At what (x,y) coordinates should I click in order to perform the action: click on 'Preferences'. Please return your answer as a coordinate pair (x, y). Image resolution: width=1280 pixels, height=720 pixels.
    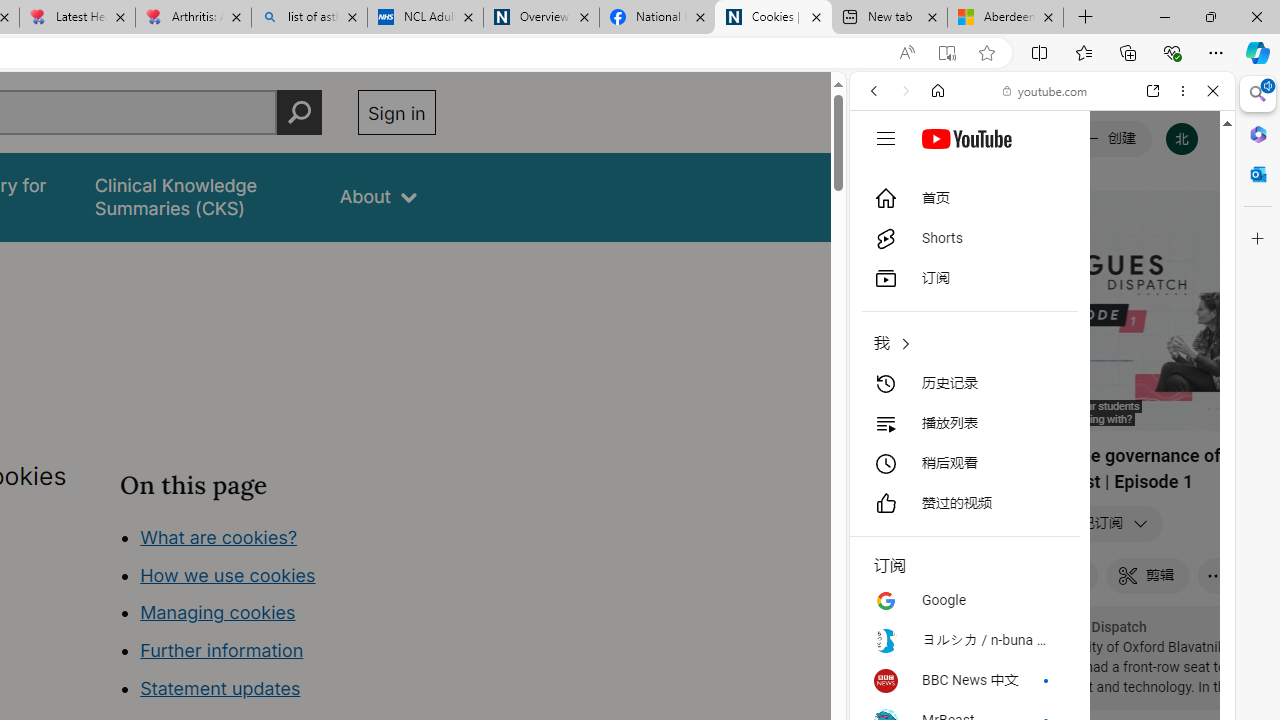
    Looking at the image, I should click on (1189, 227).